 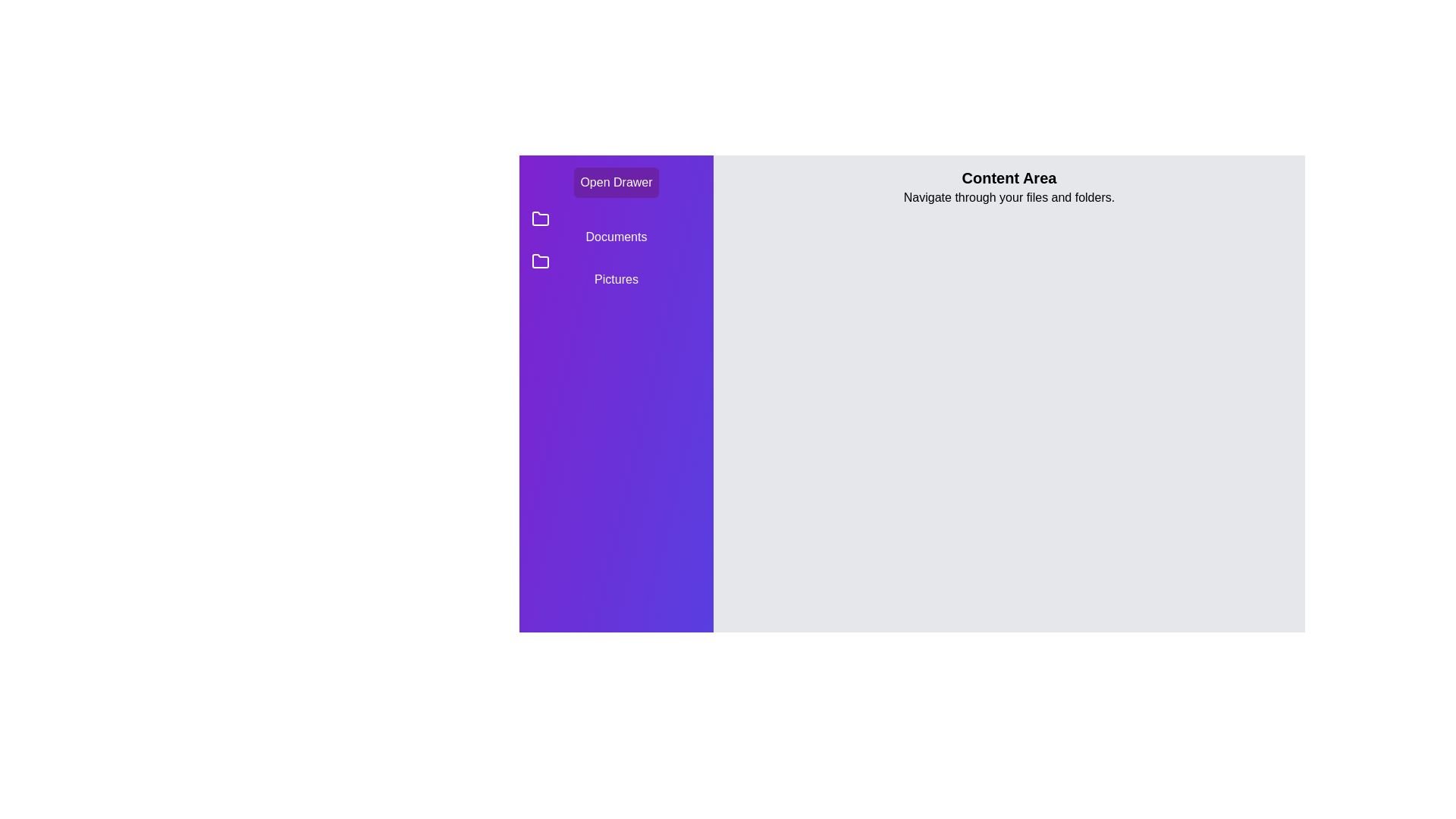 What do you see at coordinates (616, 181) in the screenshot?
I see `the 'Open Drawer' button to toggle the drawer open/close state` at bounding box center [616, 181].